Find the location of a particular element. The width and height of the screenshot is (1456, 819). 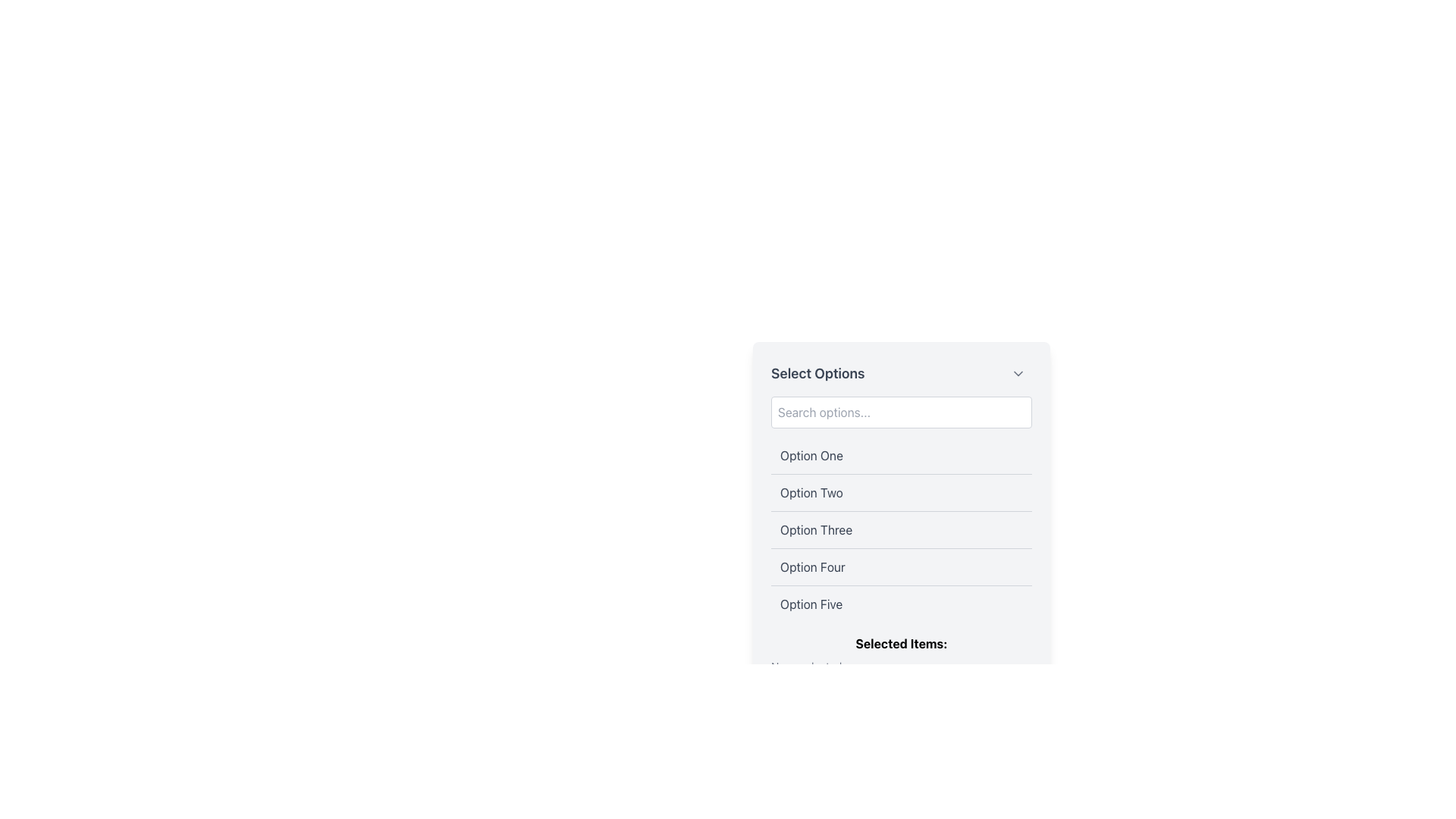

the third selectable option in the dropdown menu is located at coordinates (902, 529).